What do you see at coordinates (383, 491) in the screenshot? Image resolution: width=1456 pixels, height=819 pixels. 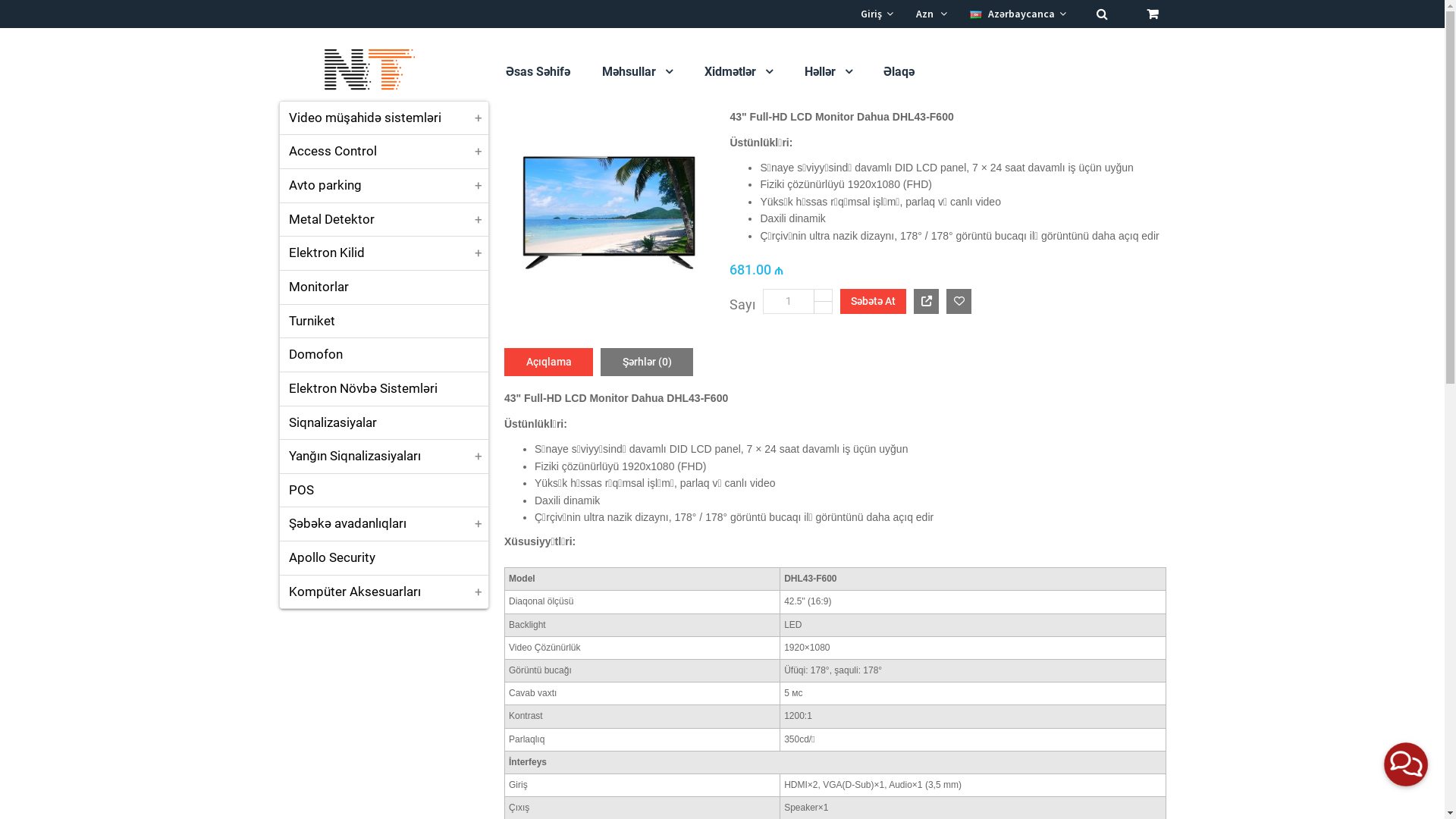 I see `'POS'` at bounding box center [383, 491].